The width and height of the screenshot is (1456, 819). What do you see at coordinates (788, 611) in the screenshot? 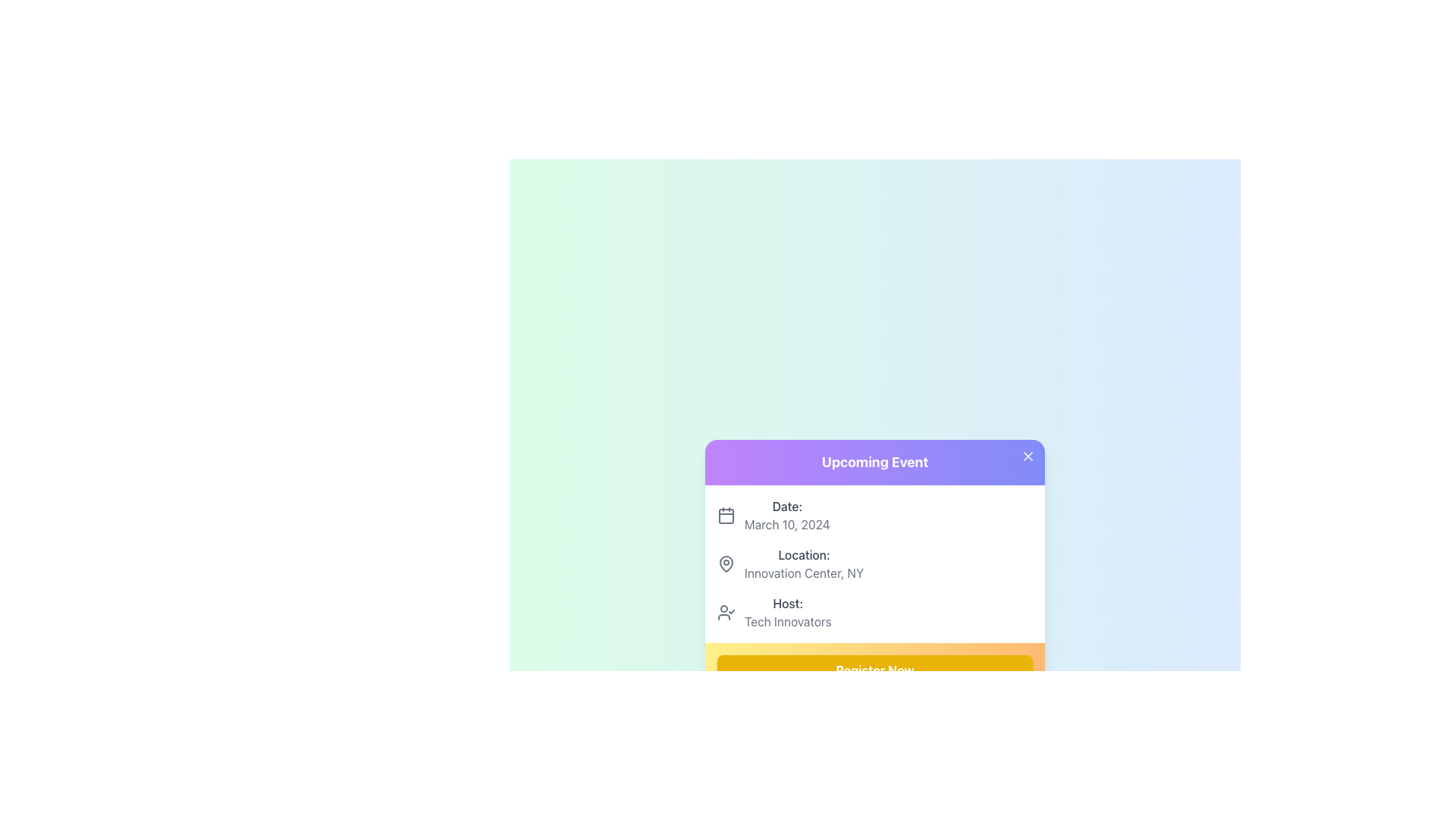
I see `the informational text label that specifies the event host, located below 'Date' and 'Location', which displays 'Host:' and 'Tech Innovators'` at bounding box center [788, 611].